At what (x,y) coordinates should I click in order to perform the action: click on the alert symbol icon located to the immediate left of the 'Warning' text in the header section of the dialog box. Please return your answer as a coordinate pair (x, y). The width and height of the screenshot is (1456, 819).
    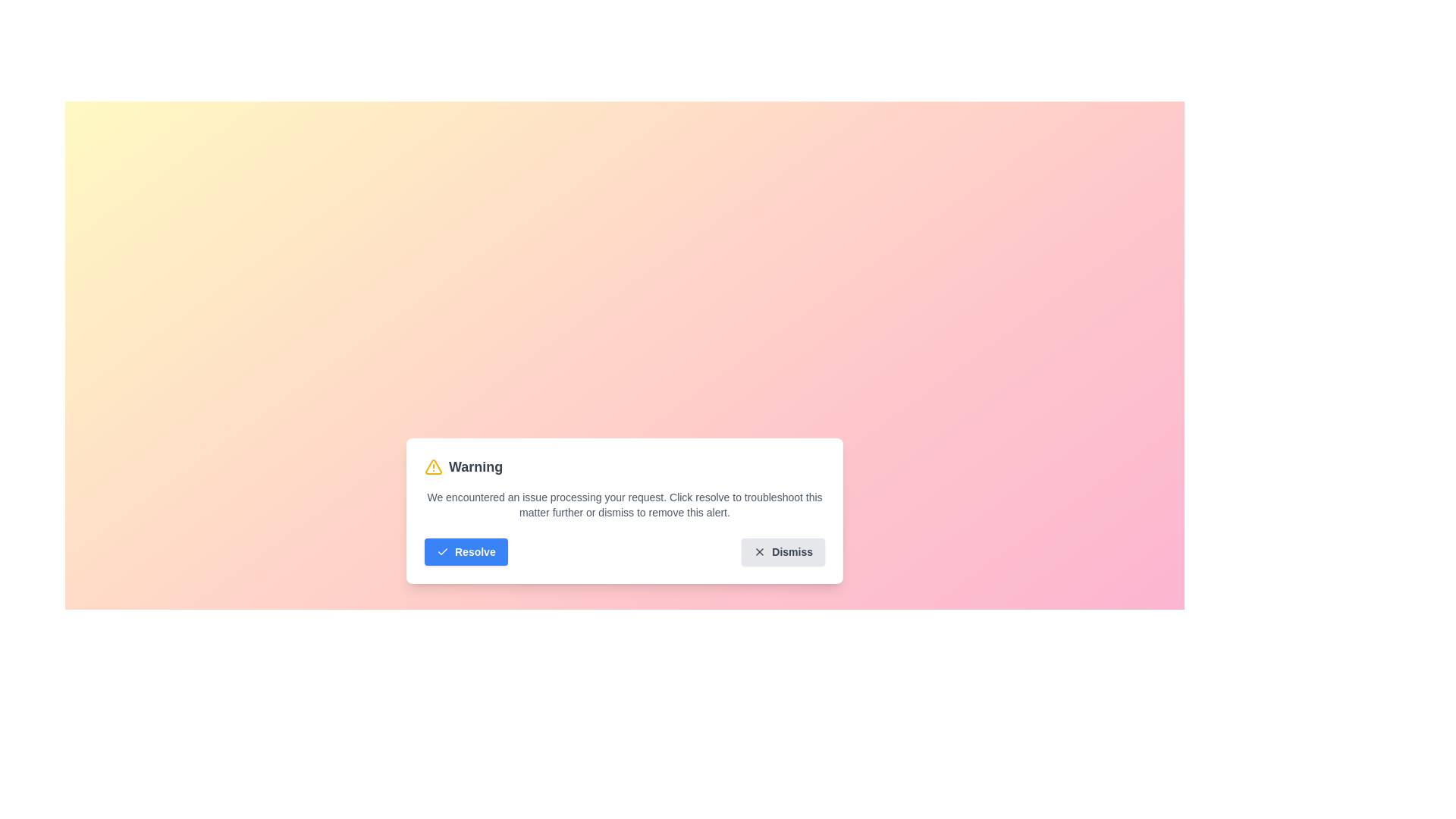
    Looking at the image, I should click on (432, 466).